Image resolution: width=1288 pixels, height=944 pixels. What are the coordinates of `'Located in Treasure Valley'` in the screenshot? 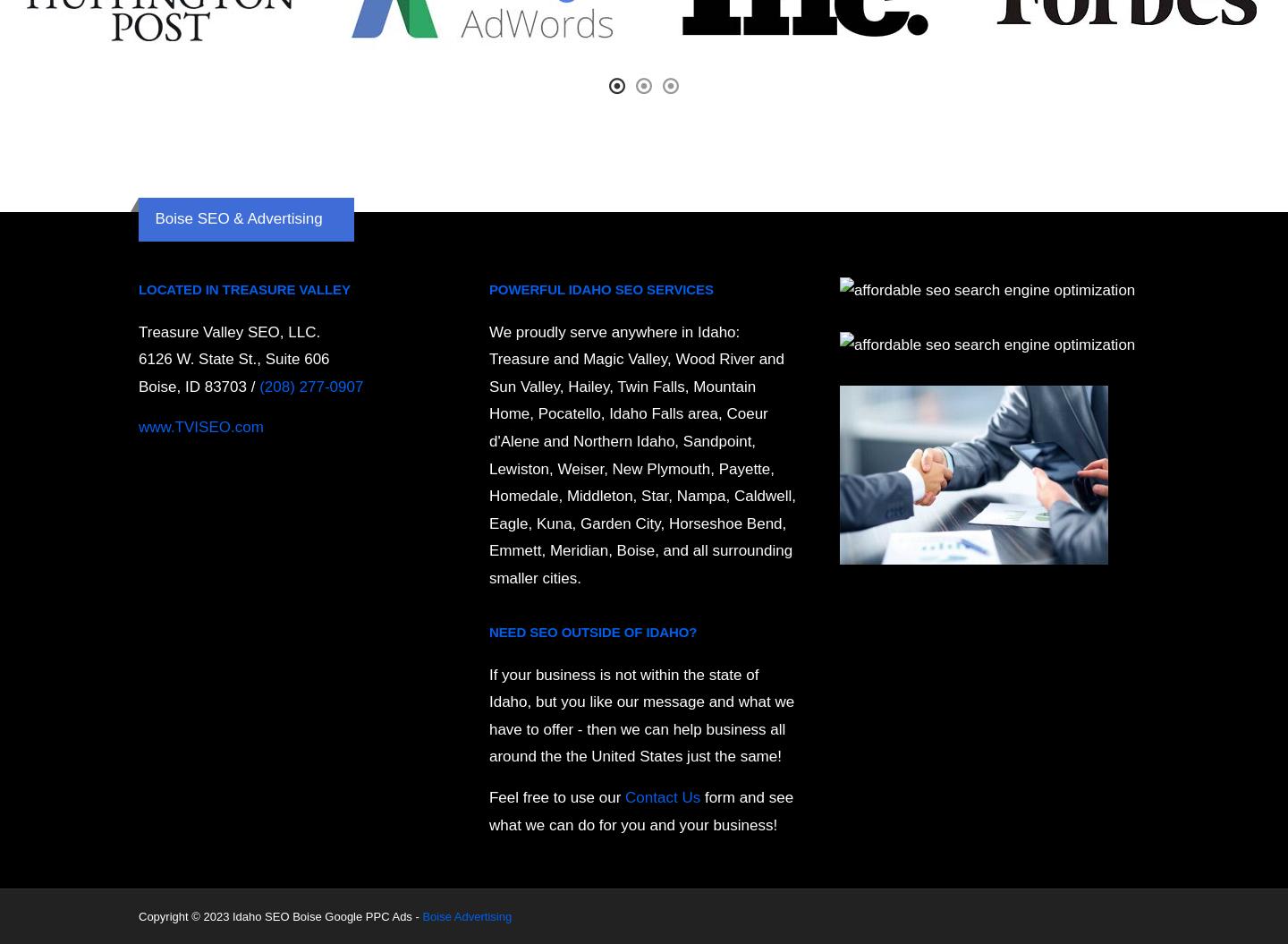 It's located at (243, 287).